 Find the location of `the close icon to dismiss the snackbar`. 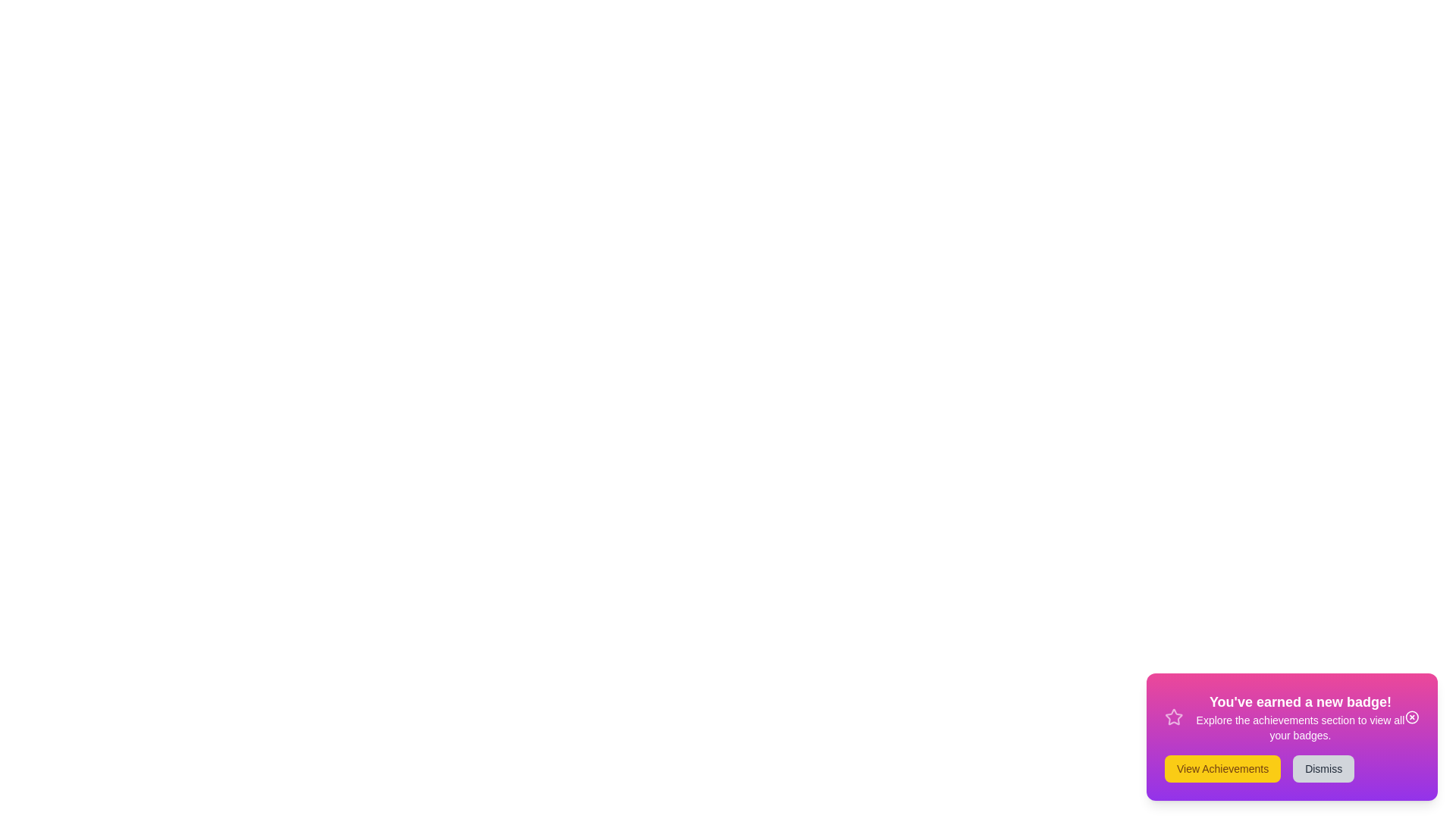

the close icon to dismiss the snackbar is located at coordinates (1411, 717).